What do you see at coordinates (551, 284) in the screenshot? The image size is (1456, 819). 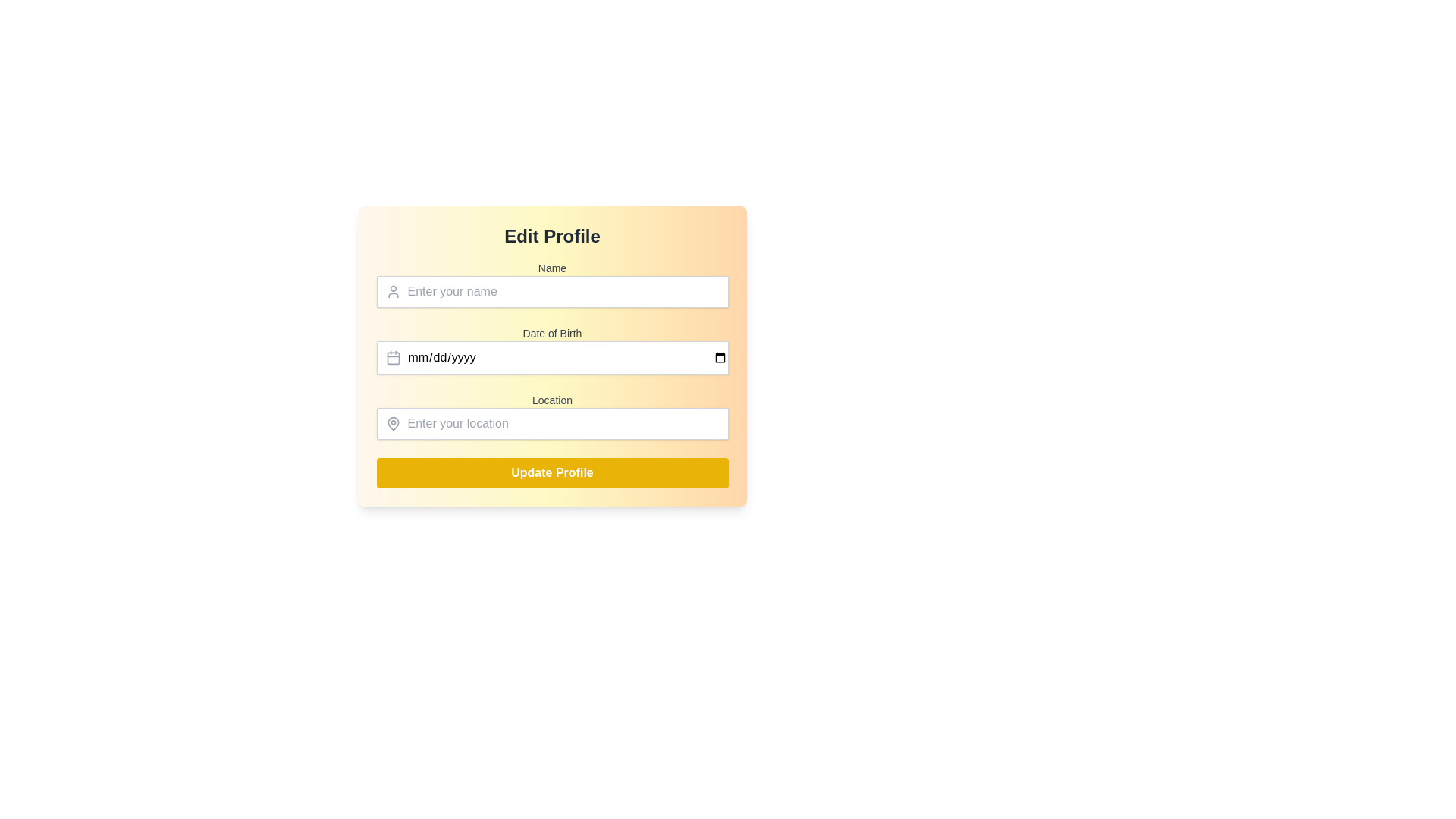 I see `the 'Name' text input field located under the 'Edit Profile' title to place the cursor inside it` at bounding box center [551, 284].